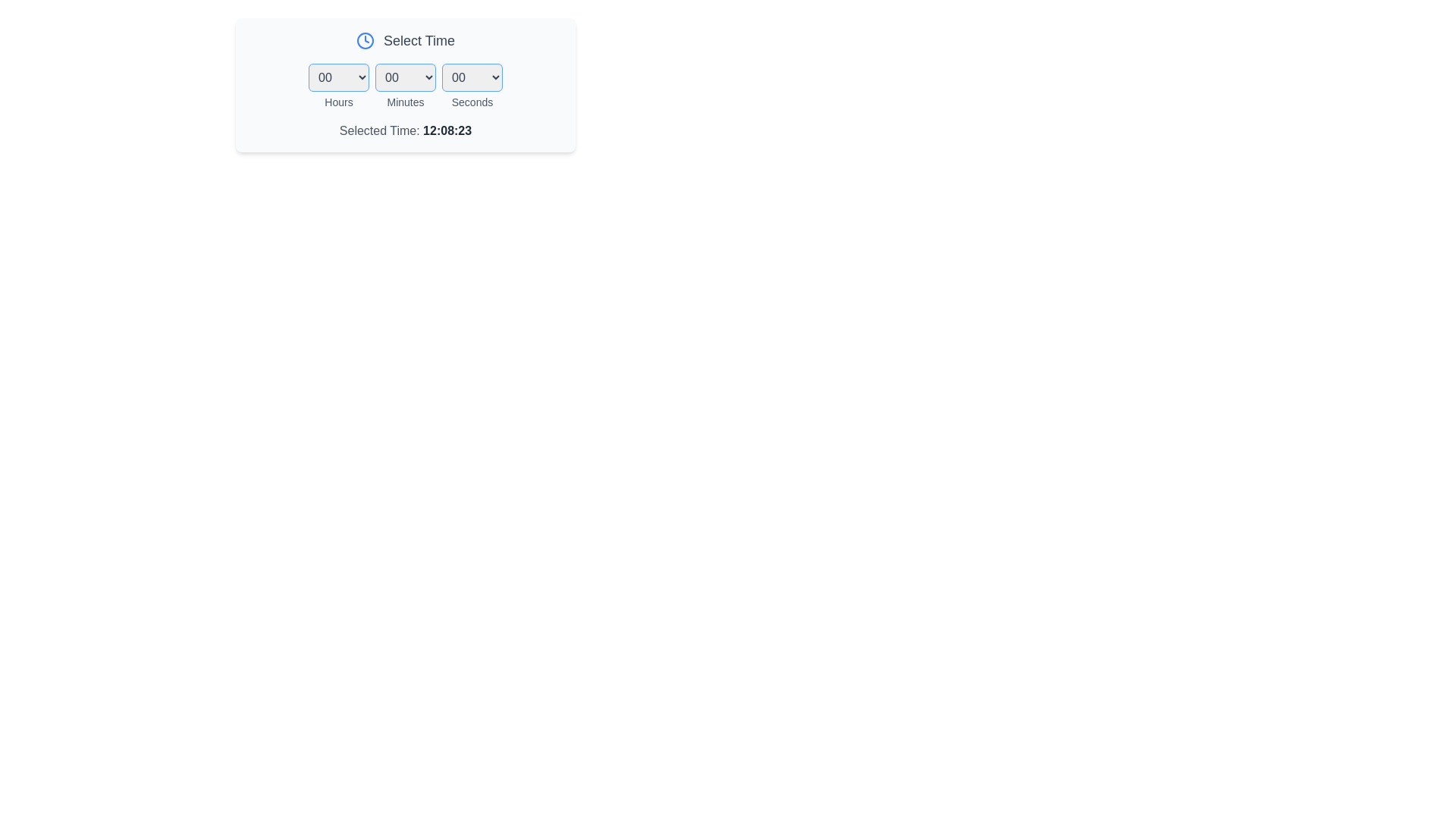  What do you see at coordinates (419, 40) in the screenshot?
I see `text label that serves as a heading for the time selection section, located above the dropdown controls and to the right of the clock icon` at bounding box center [419, 40].